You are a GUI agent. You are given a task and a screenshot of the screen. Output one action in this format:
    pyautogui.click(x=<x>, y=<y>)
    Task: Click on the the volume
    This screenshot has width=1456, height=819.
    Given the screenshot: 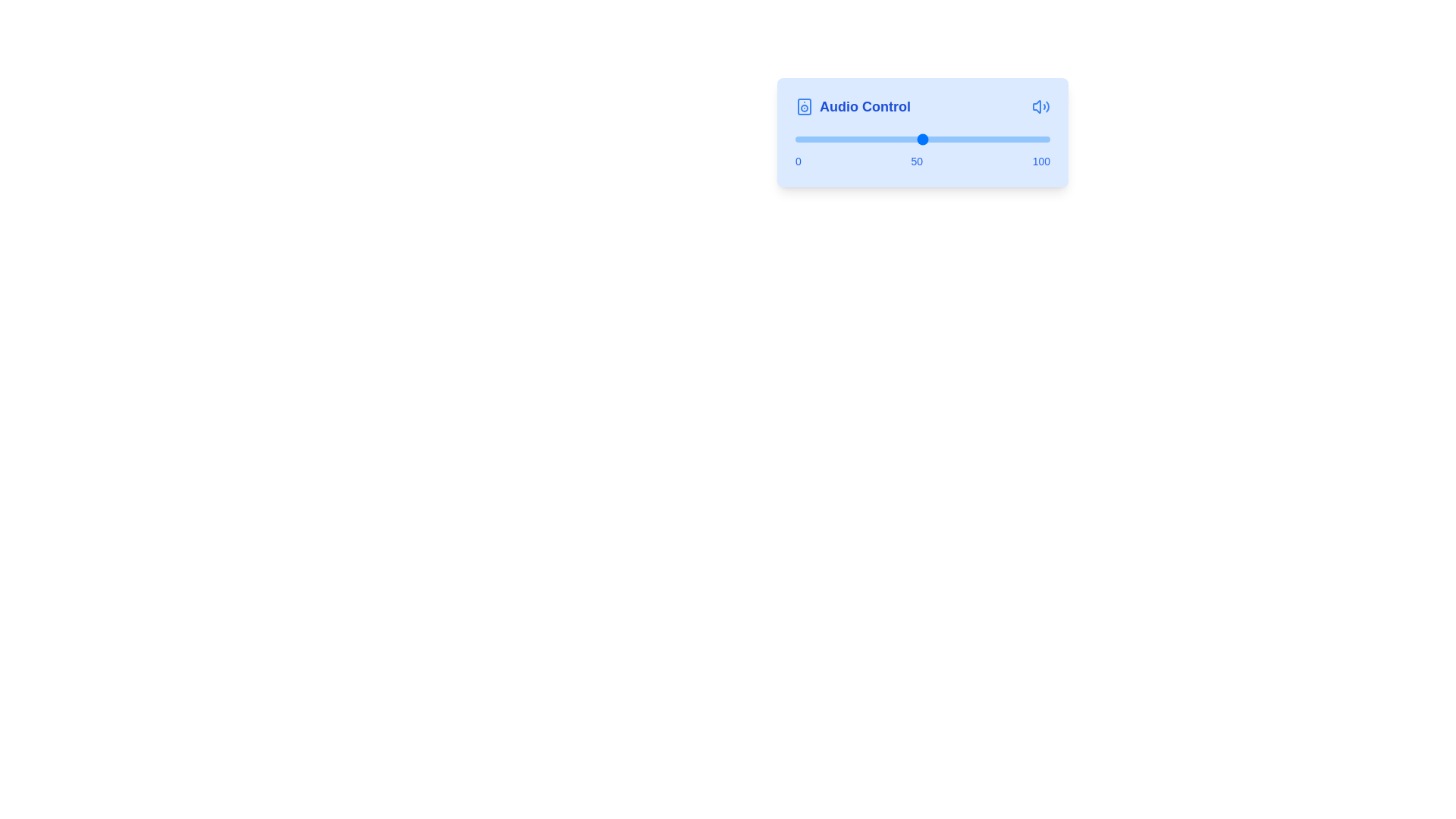 What is the action you would take?
    pyautogui.click(x=858, y=140)
    